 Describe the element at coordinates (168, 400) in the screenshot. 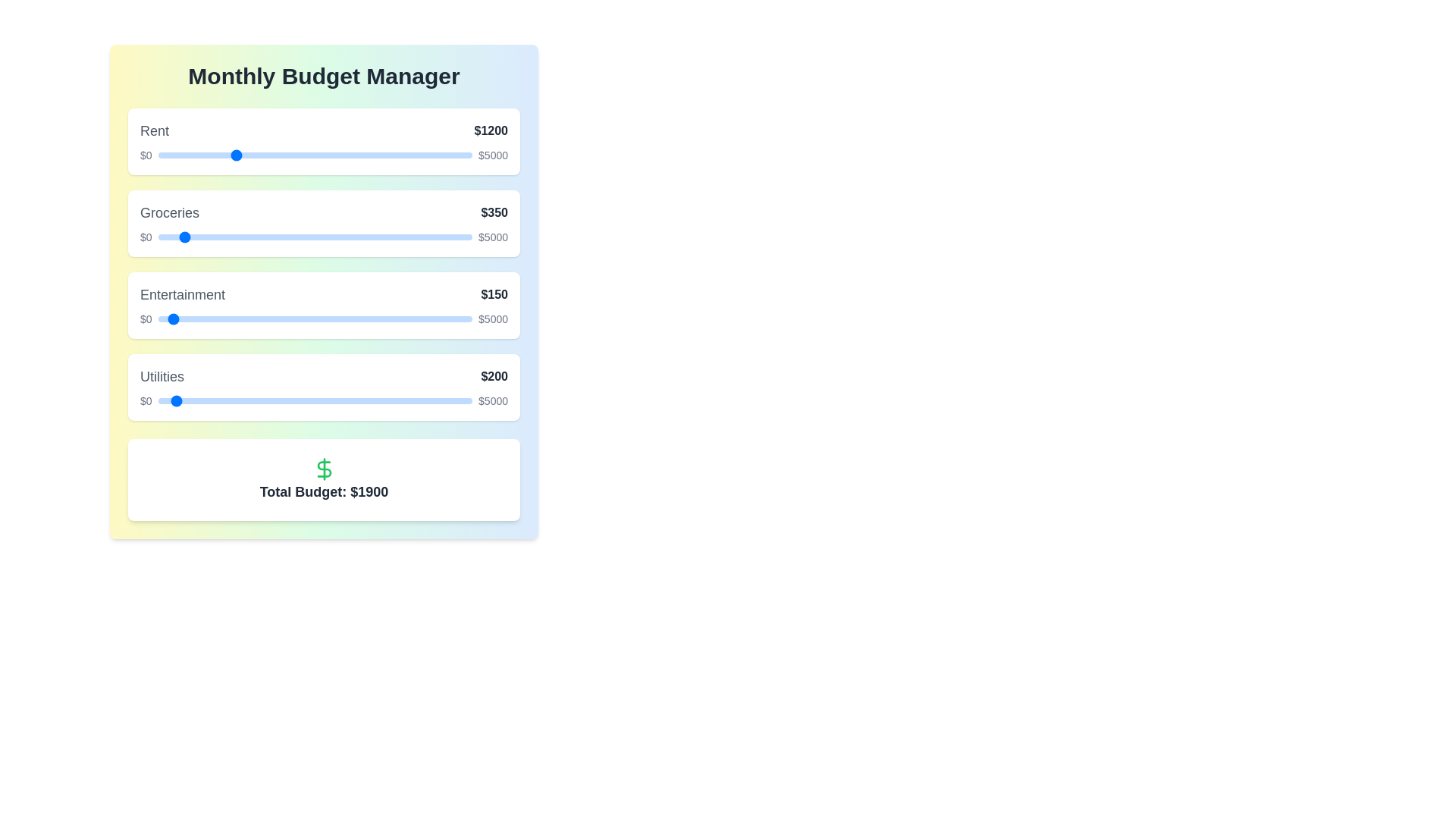

I see `the utility budget slider` at that location.